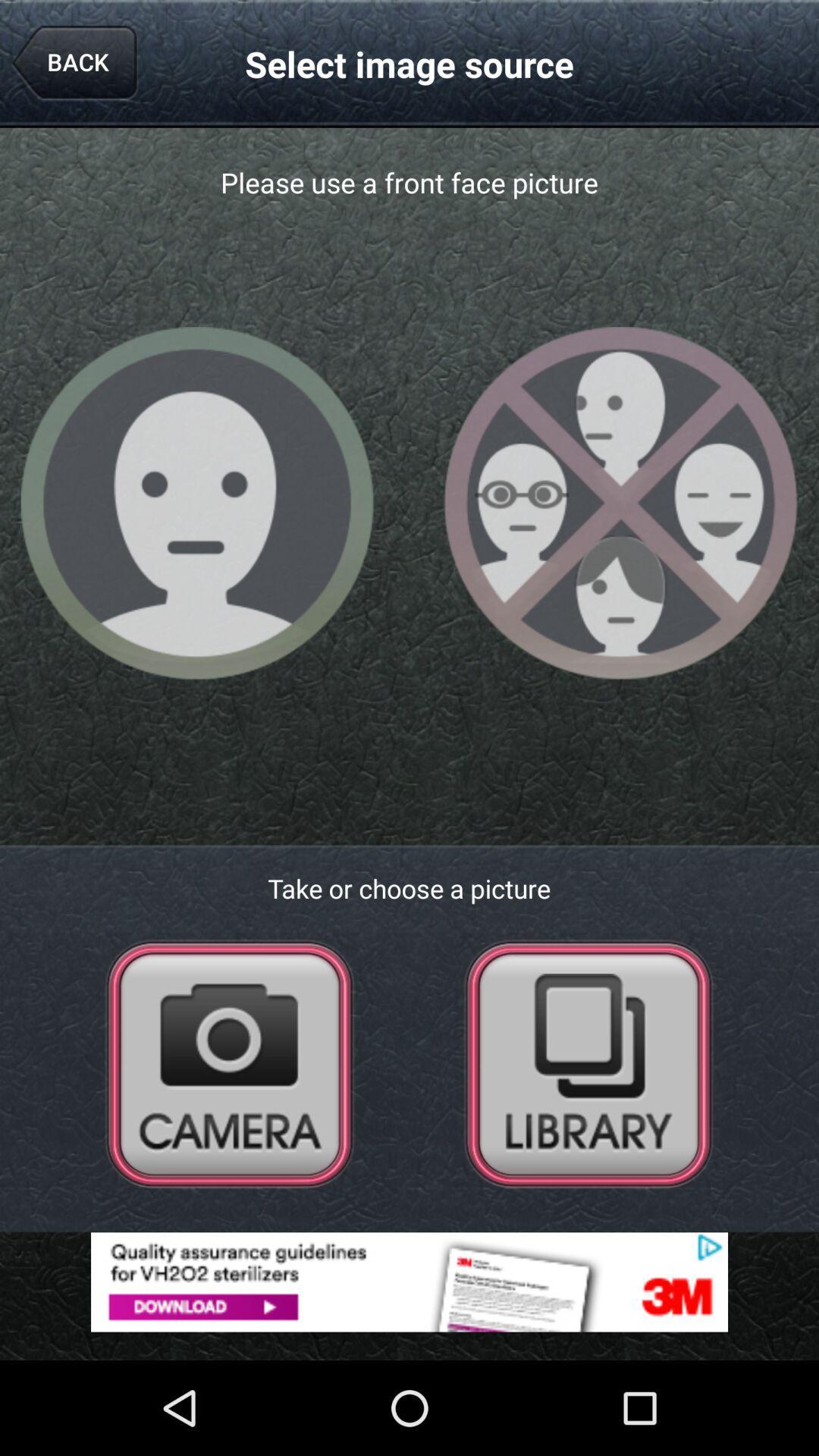 The image size is (819, 1456). What do you see at coordinates (588, 1062) in the screenshot?
I see `upload a pic` at bounding box center [588, 1062].